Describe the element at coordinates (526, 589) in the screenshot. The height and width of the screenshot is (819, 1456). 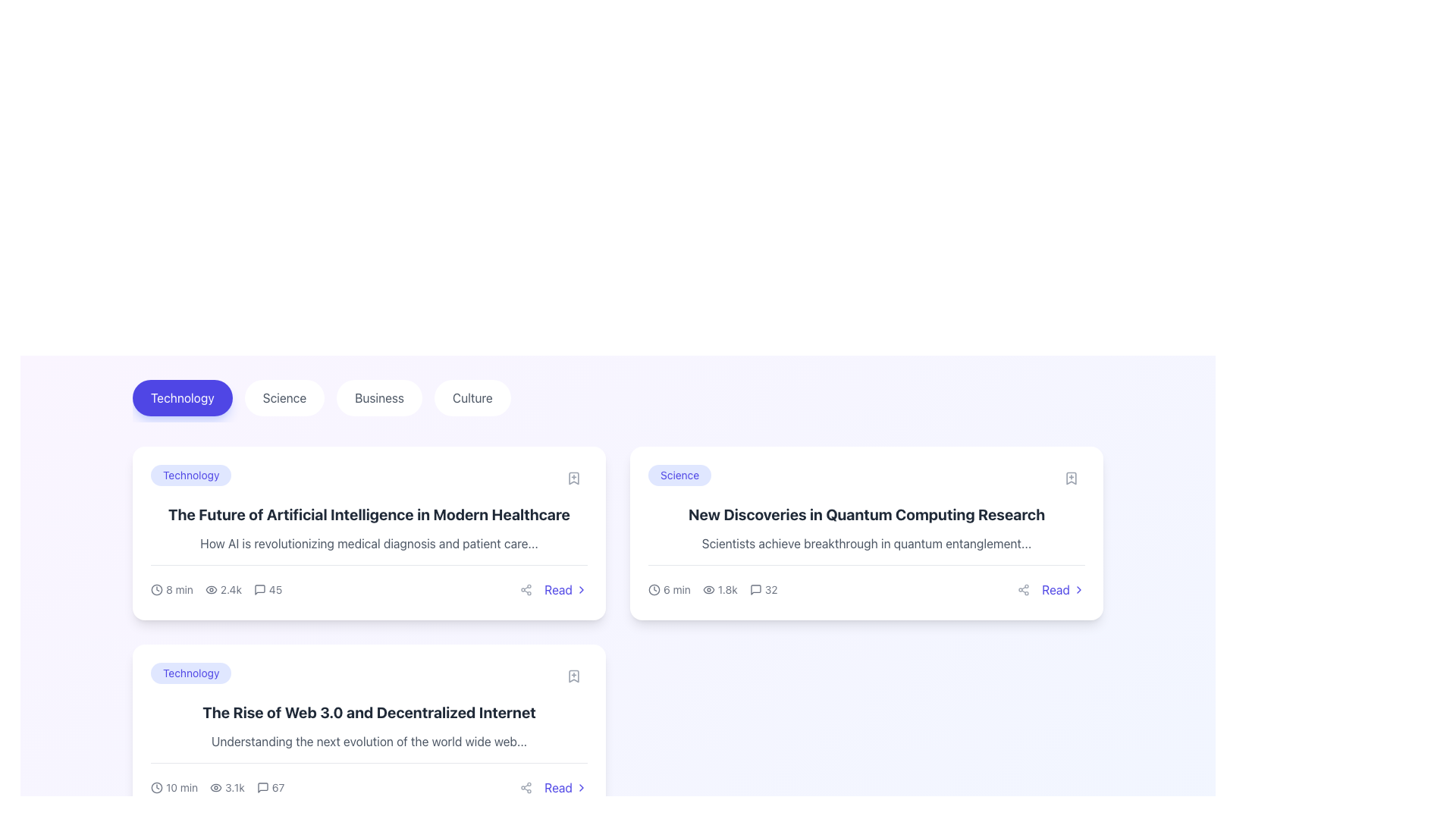
I see `the share button located under the headline 'The Future of Artificial Intelligence in Modern Healthcare', to the left of the 'Read' text link, to share the content` at that location.